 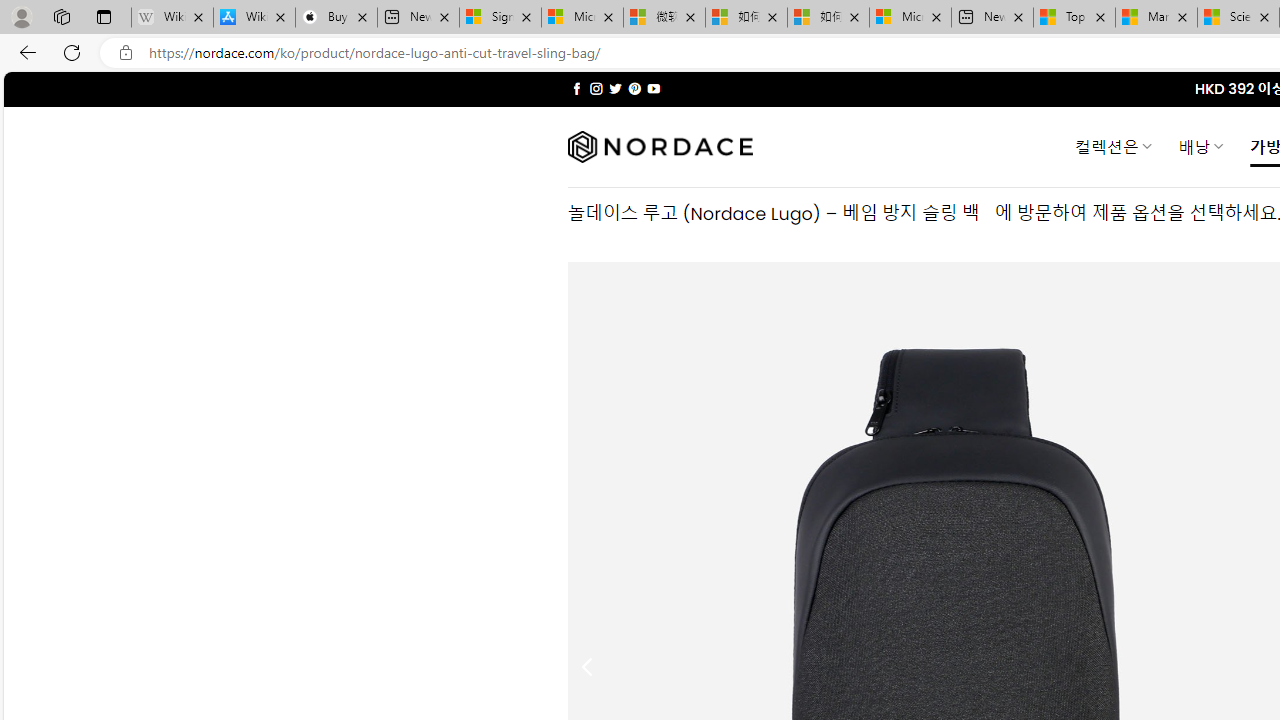 I want to click on 'Sign in to your Microsoft account', so click(x=500, y=17).